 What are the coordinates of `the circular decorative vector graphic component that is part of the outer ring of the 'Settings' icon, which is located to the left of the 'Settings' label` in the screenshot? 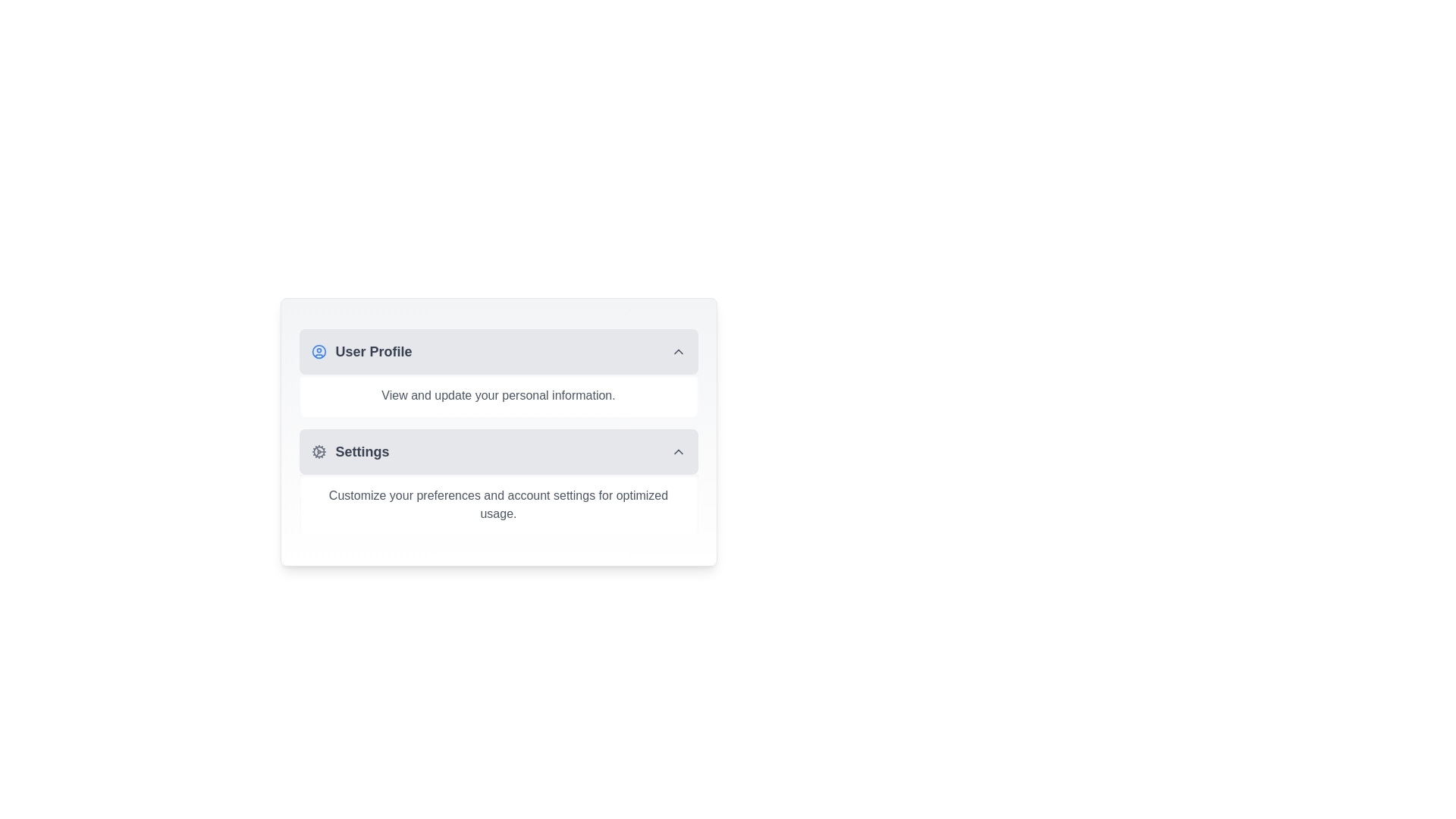 It's located at (318, 451).